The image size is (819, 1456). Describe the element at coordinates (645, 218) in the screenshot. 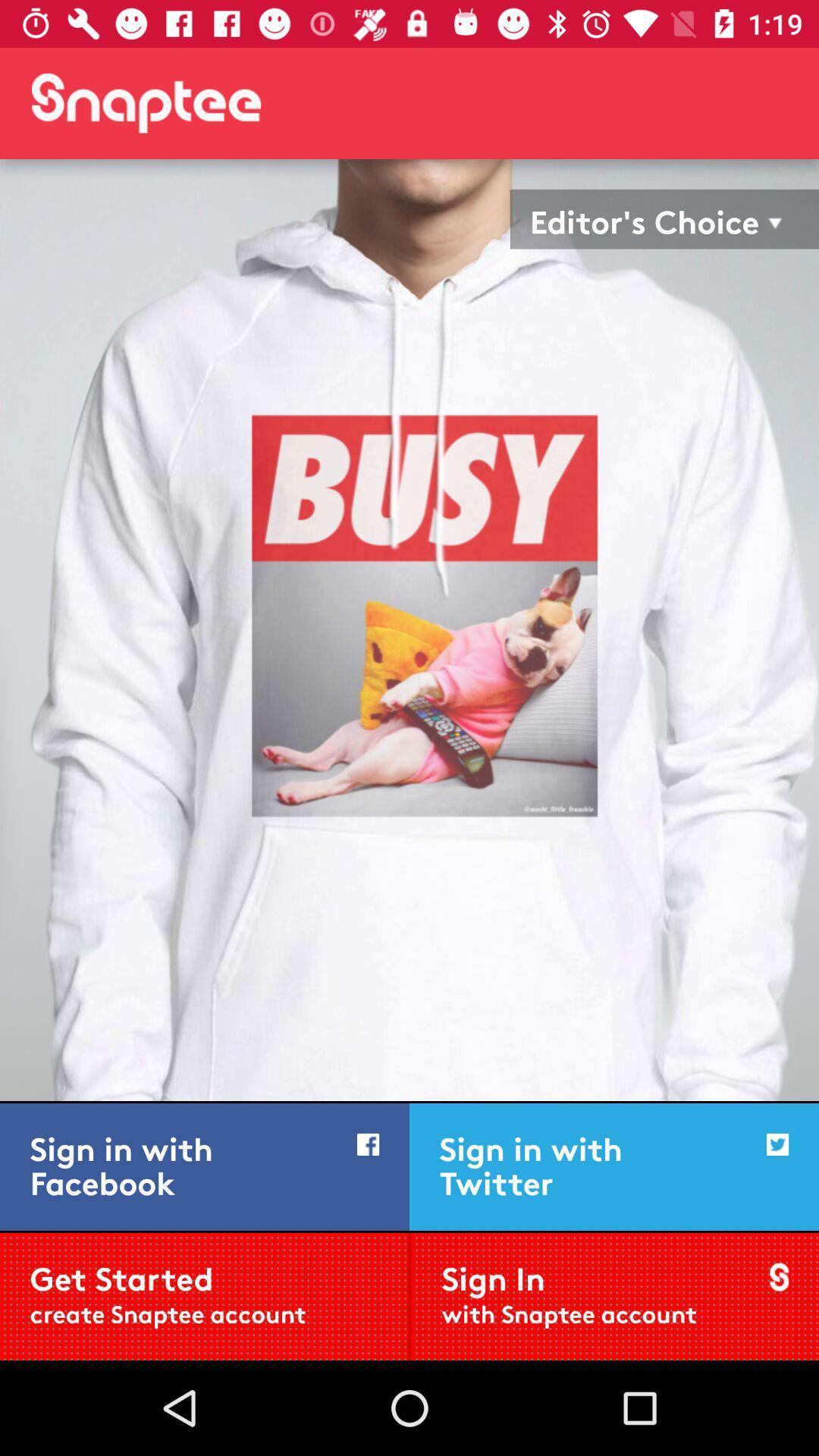

I see `the editor's choice item` at that location.